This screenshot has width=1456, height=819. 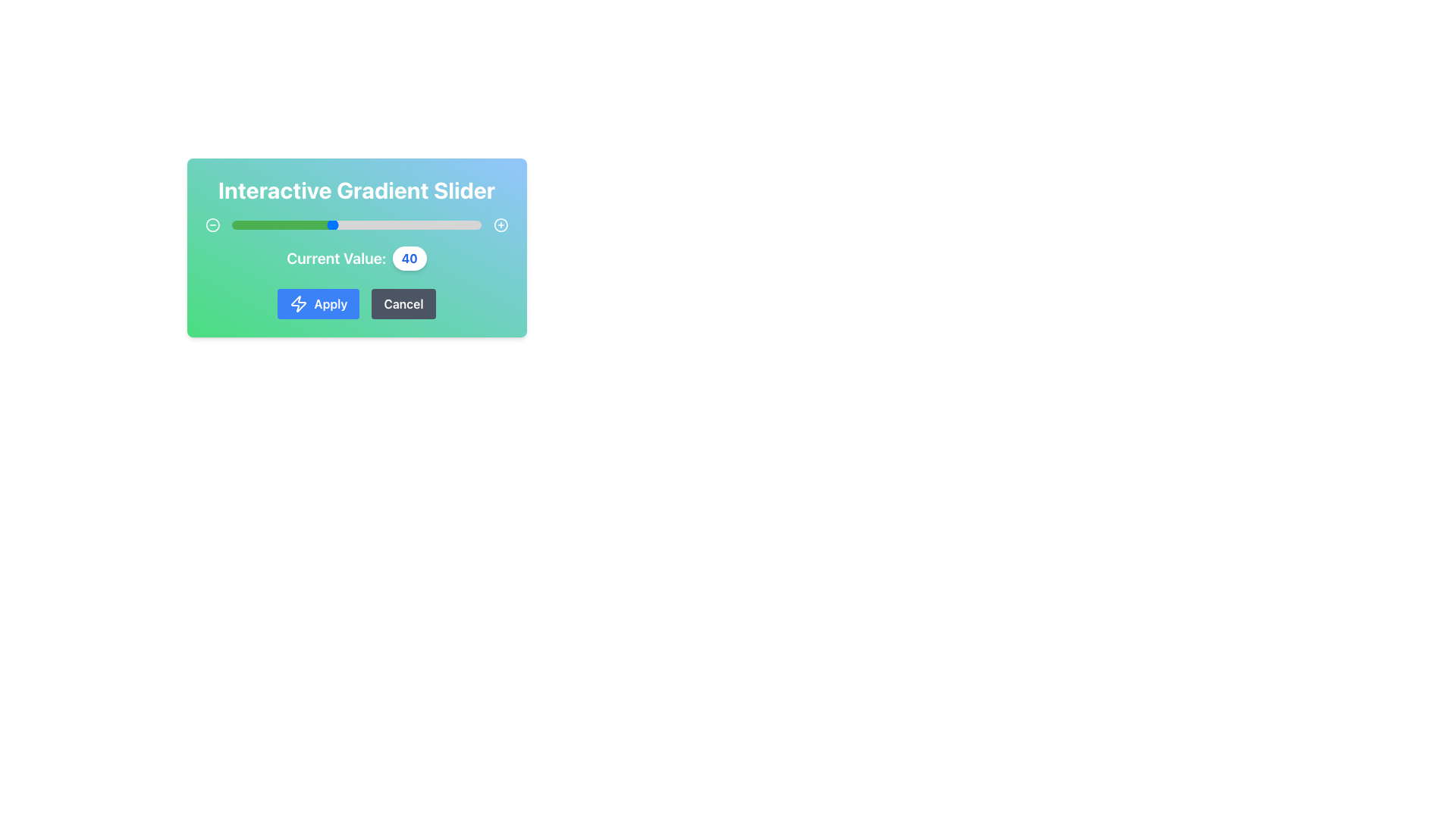 What do you see at coordinates (400, 225) in the screenshot?
I see `the slider` at bounding box center [400, 225].